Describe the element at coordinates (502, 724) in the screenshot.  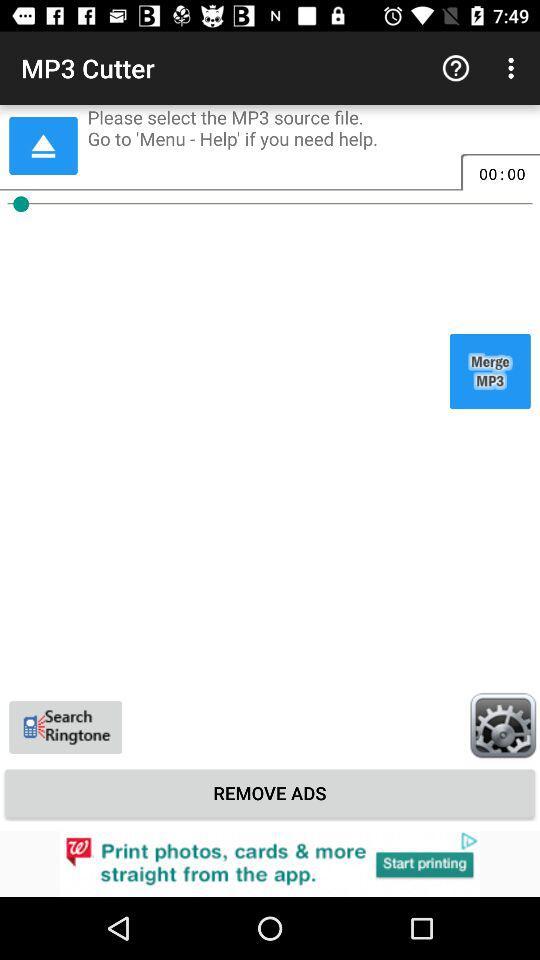
I see `options` at that location.